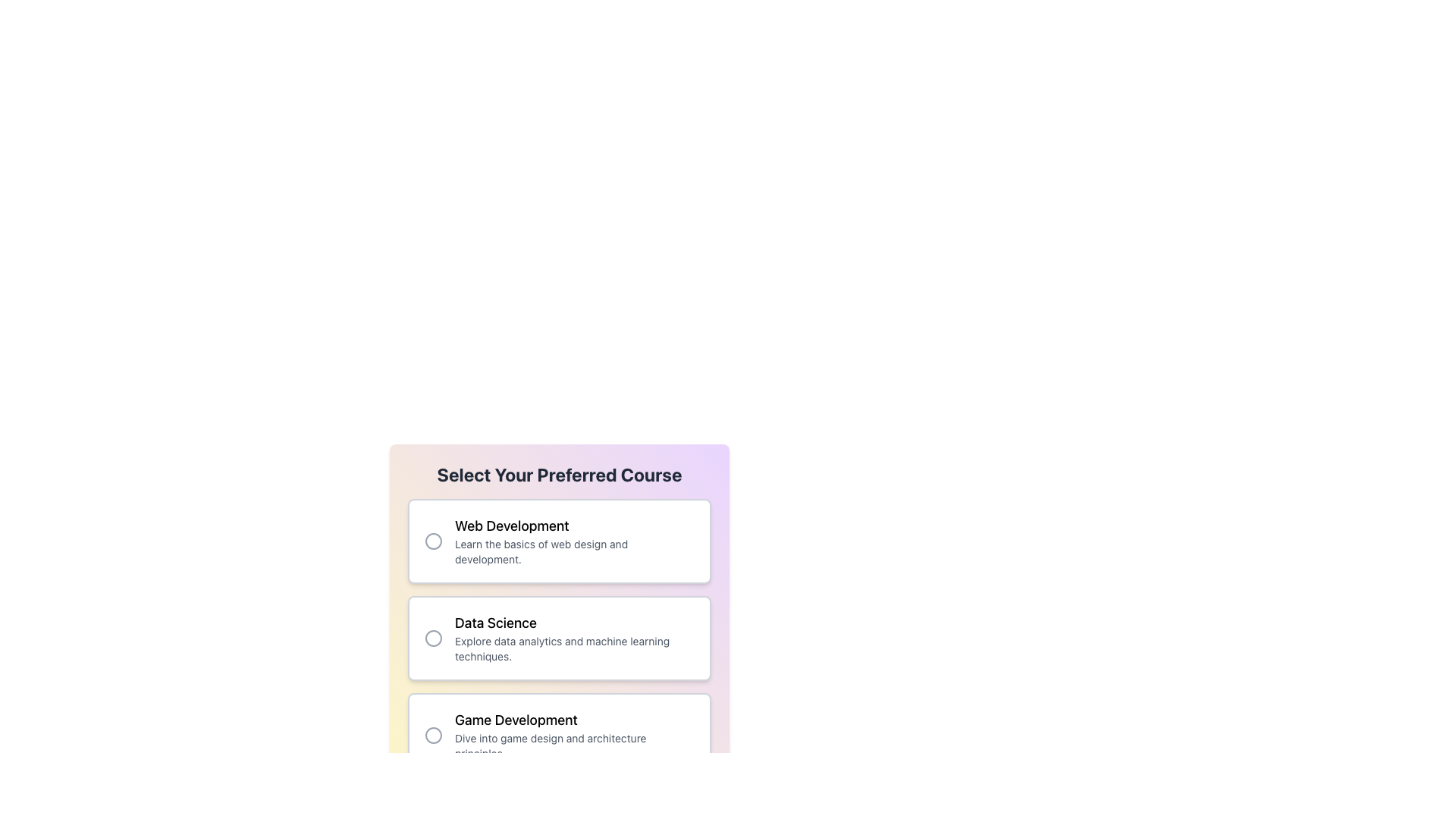  Describe the element at coordinates (559, 734) in the screenshot. I see `the 'Game Development' course card` at that location.